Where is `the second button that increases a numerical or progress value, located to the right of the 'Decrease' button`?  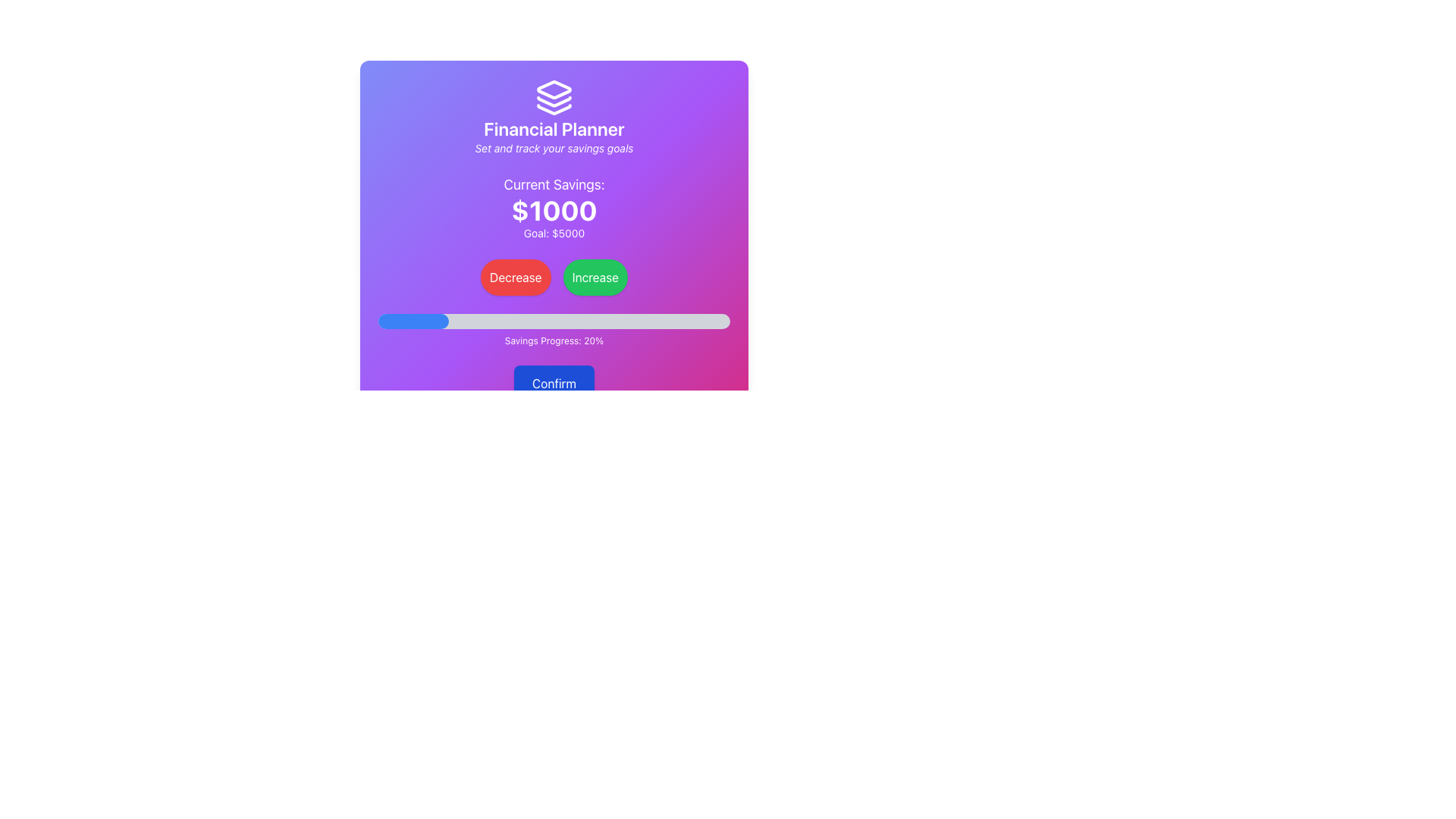 the second button that increases a numerical or progress value, located to the right of the 'Decrease' button is located at coordinates (595, 278).